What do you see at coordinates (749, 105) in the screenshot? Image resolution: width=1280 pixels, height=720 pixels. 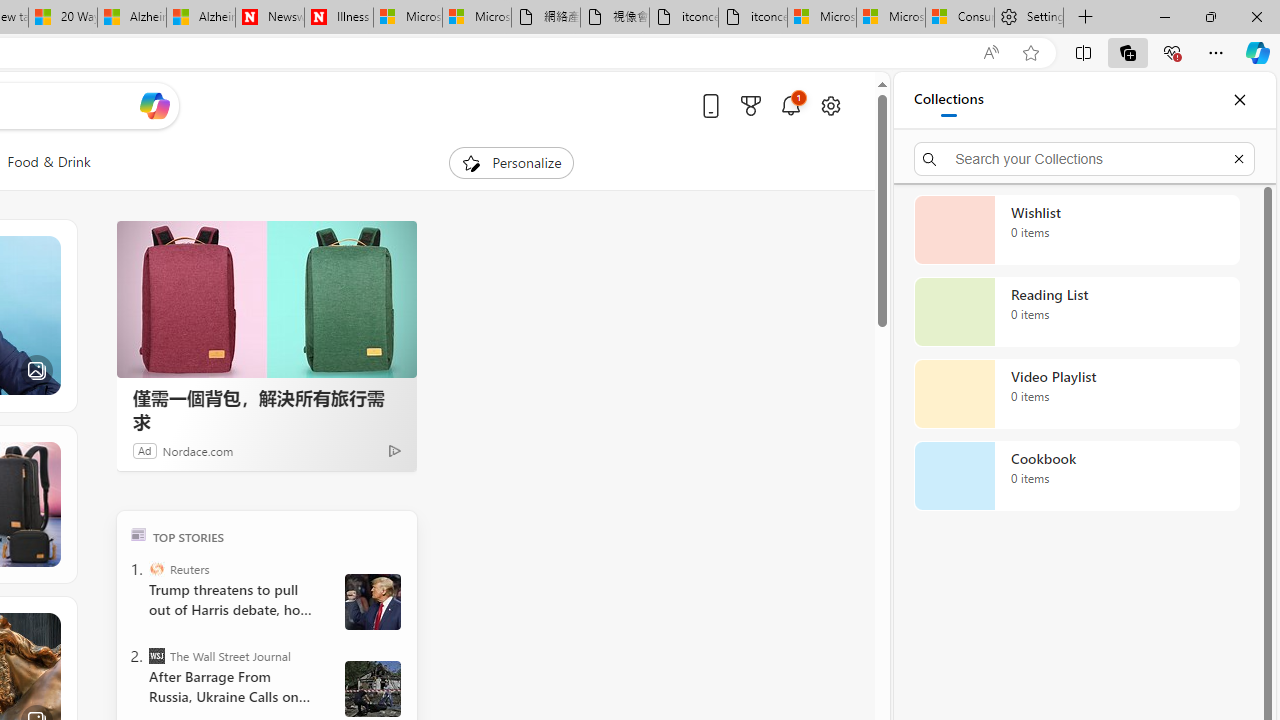 I see `'Microsoft rewards'` at bounding box center [749, 105].